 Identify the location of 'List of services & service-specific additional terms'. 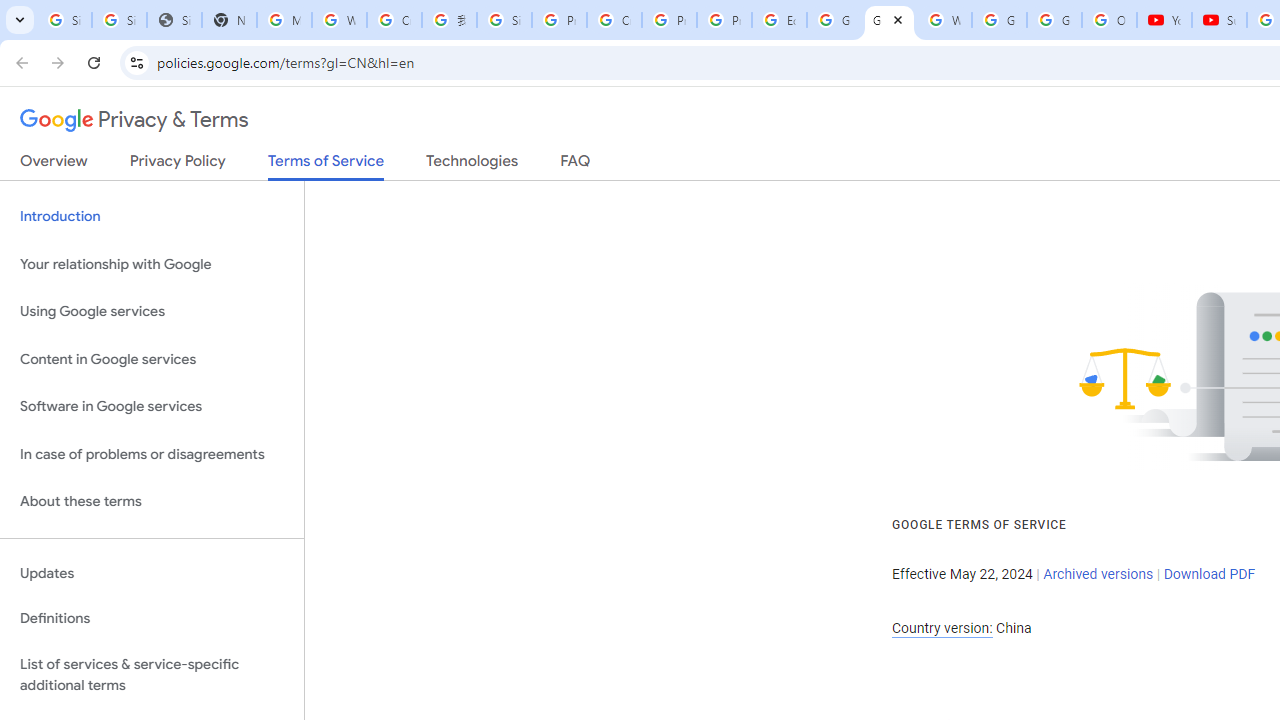
(151, 675).